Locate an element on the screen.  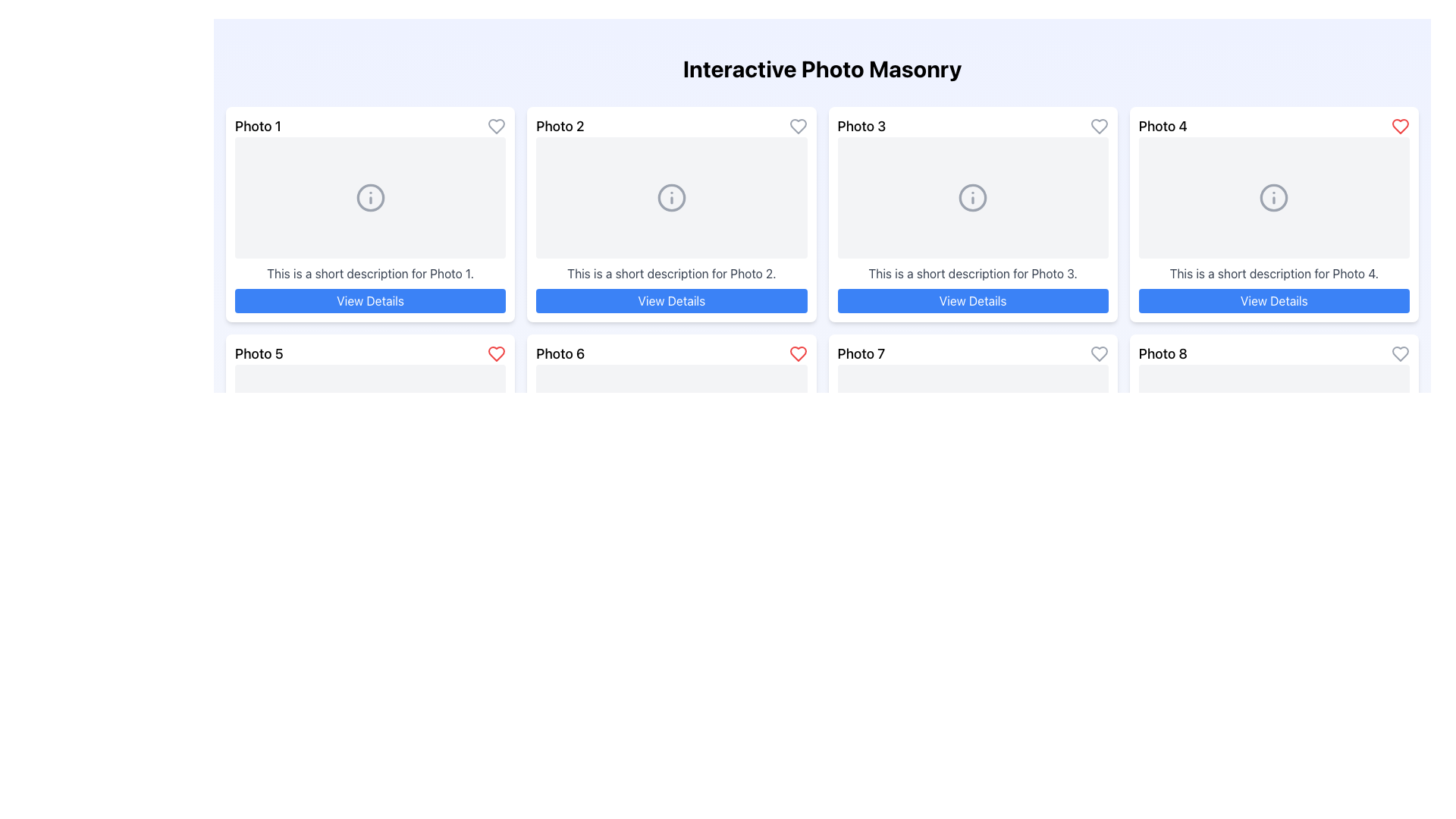
the 'like' icon button located in the top-right corner of the card labeled 'Photo 2' is located at coordinates (797, 125).